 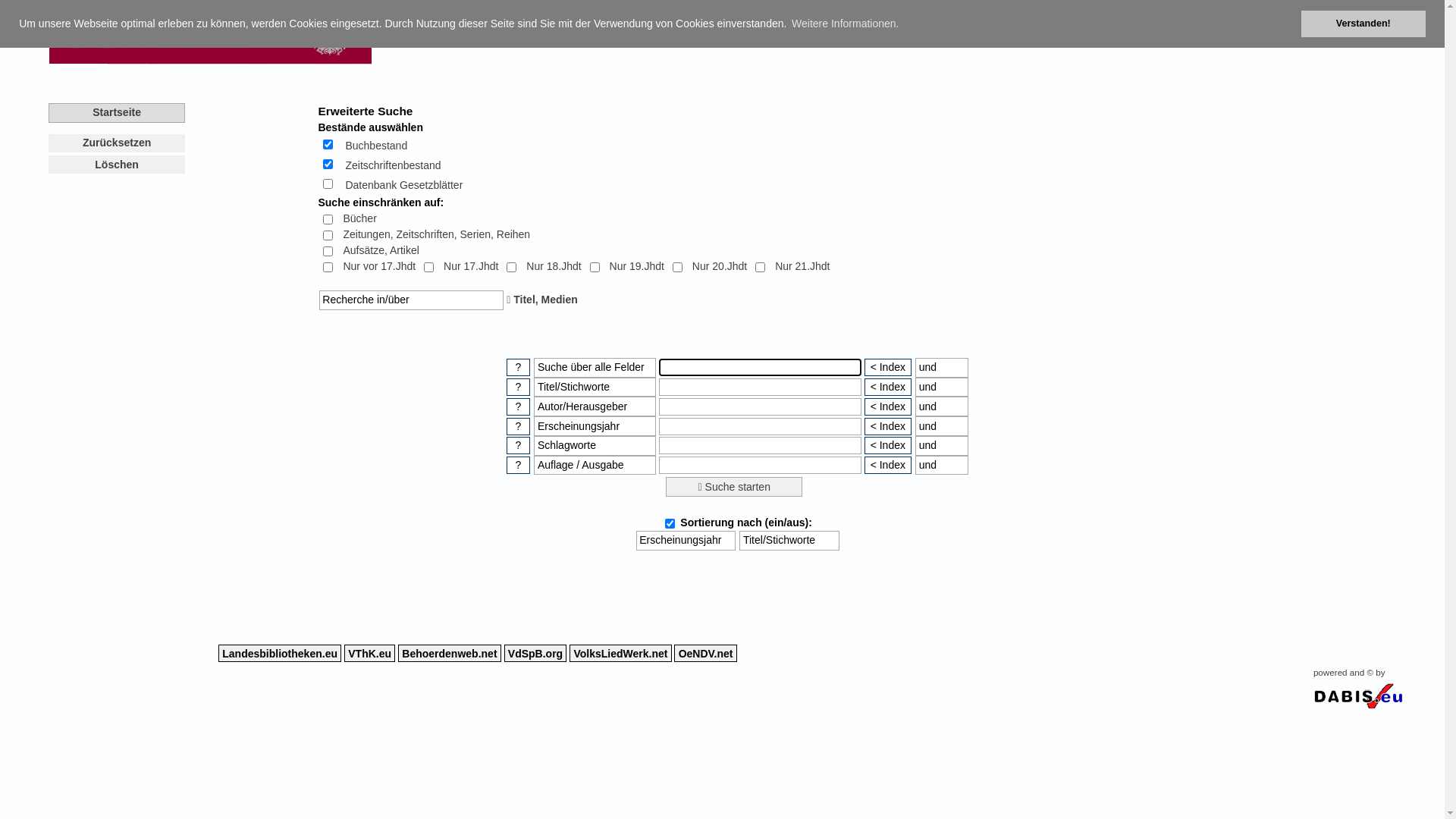 I want to click on '< Index', so click(x=888, y=406).